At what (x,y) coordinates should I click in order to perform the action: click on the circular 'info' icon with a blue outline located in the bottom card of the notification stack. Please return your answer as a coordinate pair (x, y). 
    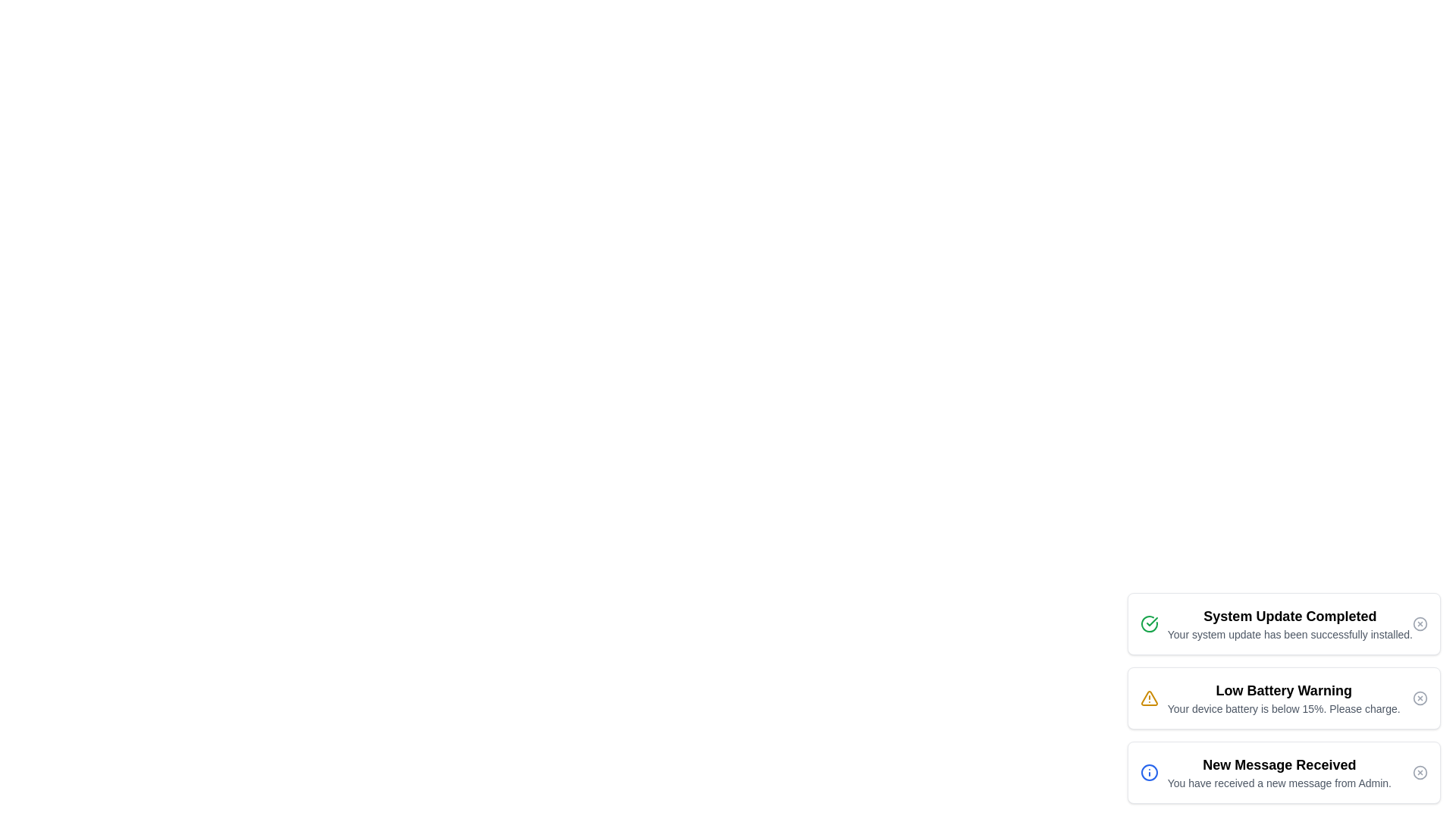
    Looking at the image, I should click on (1149, 772).